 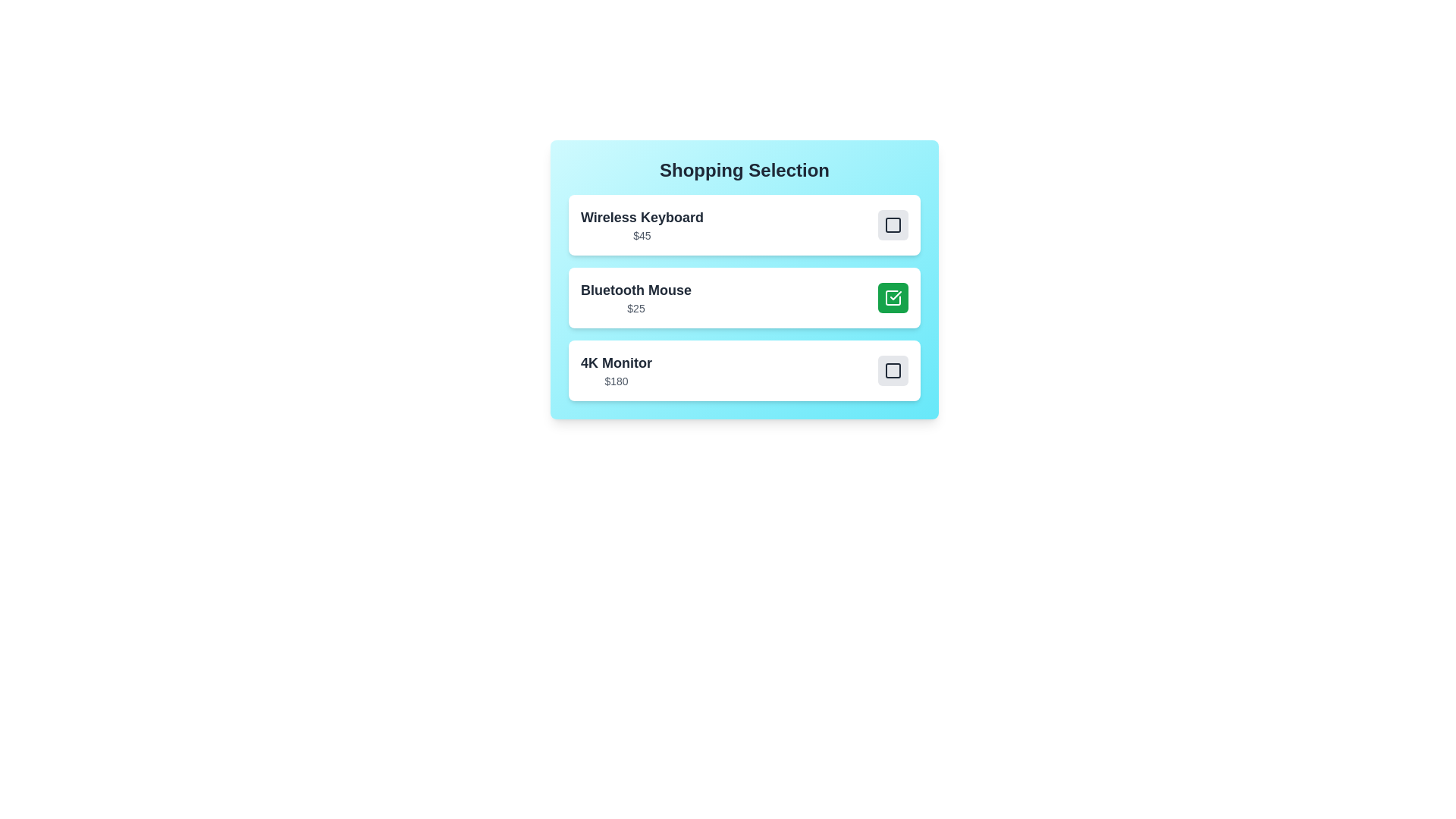 I want to click on the Checkmark icon within the SVG element representing a square with a tick, which is part of the Bluetooth Mouse row, so click(x=893, y=298).